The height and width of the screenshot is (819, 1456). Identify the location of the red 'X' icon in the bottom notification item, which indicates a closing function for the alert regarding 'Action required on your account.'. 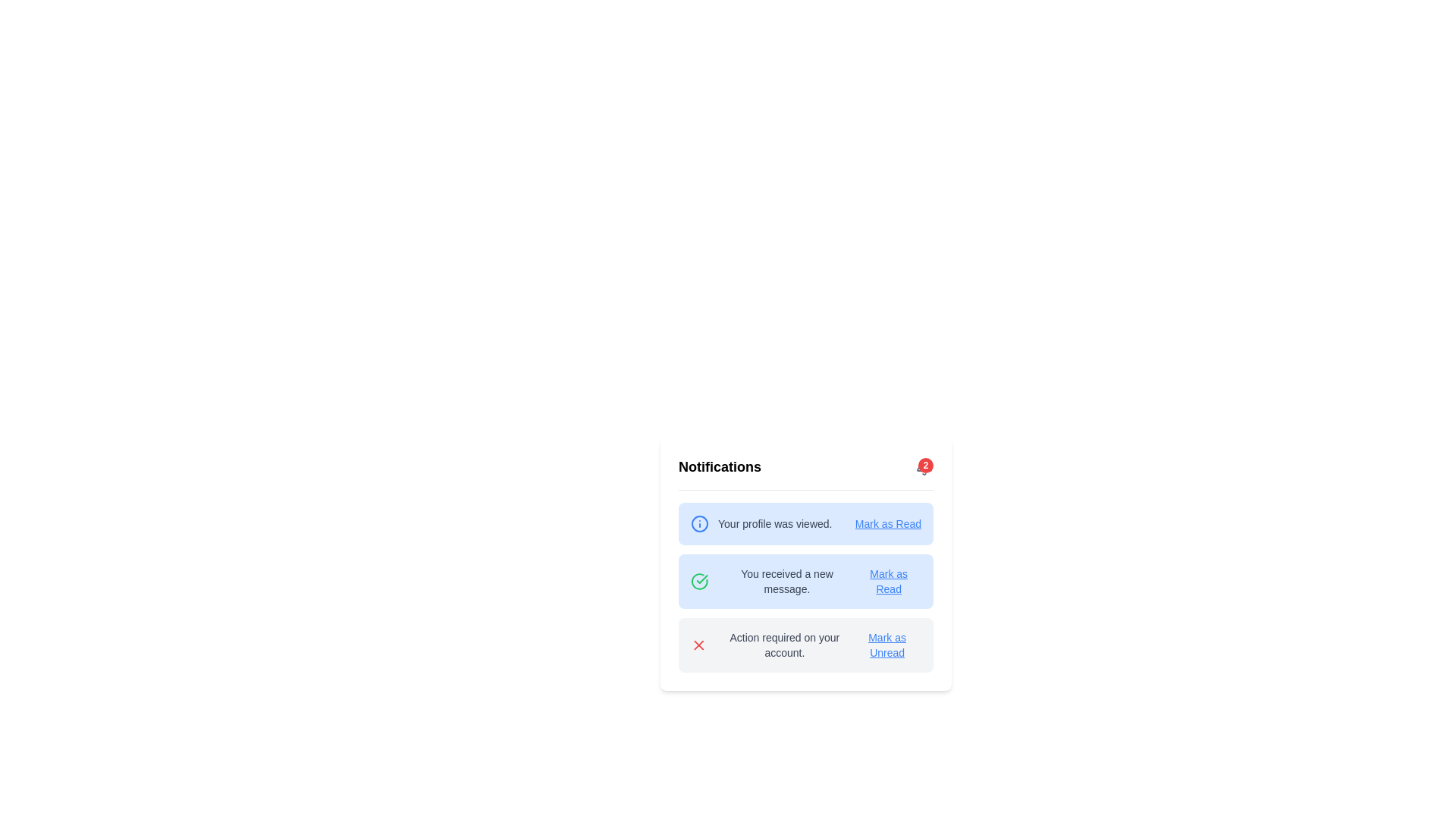
(698, 645).